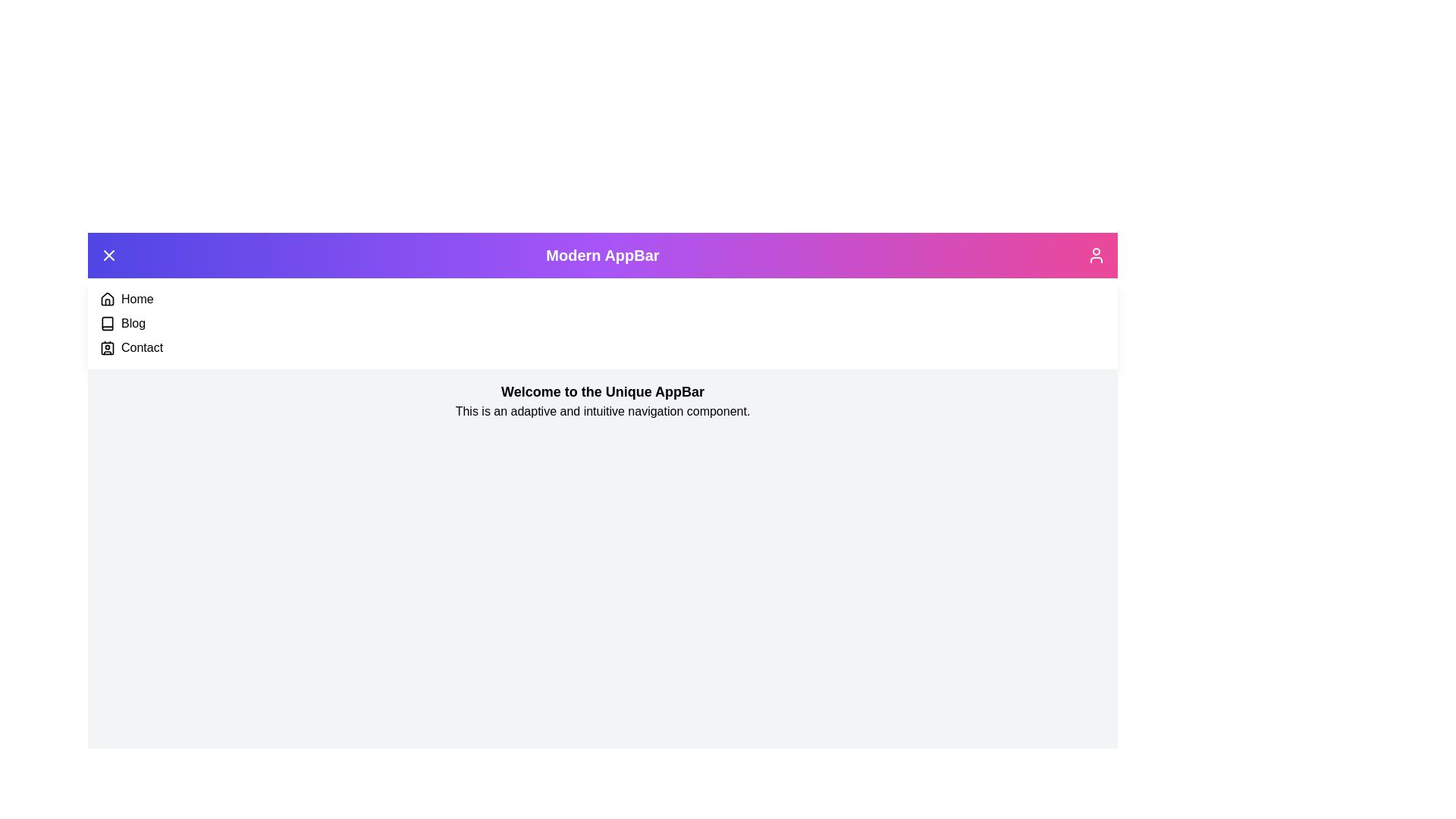  I want to click on the navigation item Contact from the menu, so click(107, 348).